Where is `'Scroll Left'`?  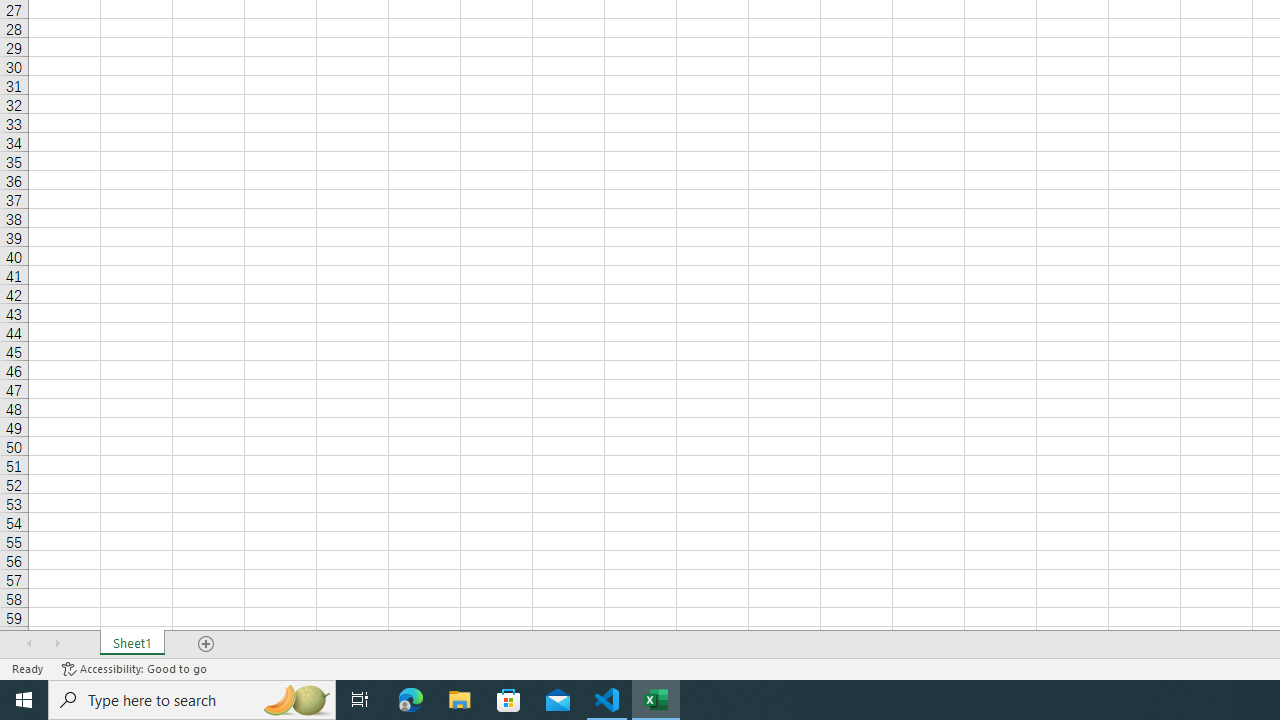 'Scroll Left' is located at coordinates (29, 644).